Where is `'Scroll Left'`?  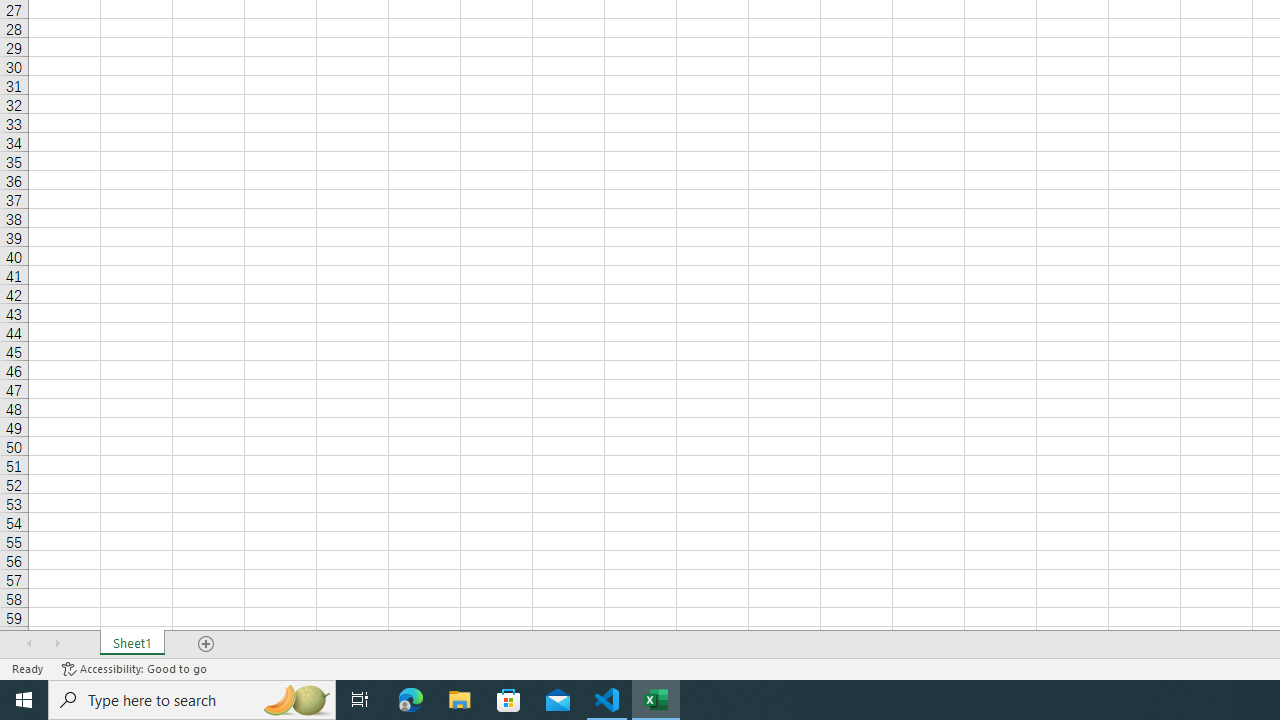 'Scroll Left' is located at coordinates (29, 644).